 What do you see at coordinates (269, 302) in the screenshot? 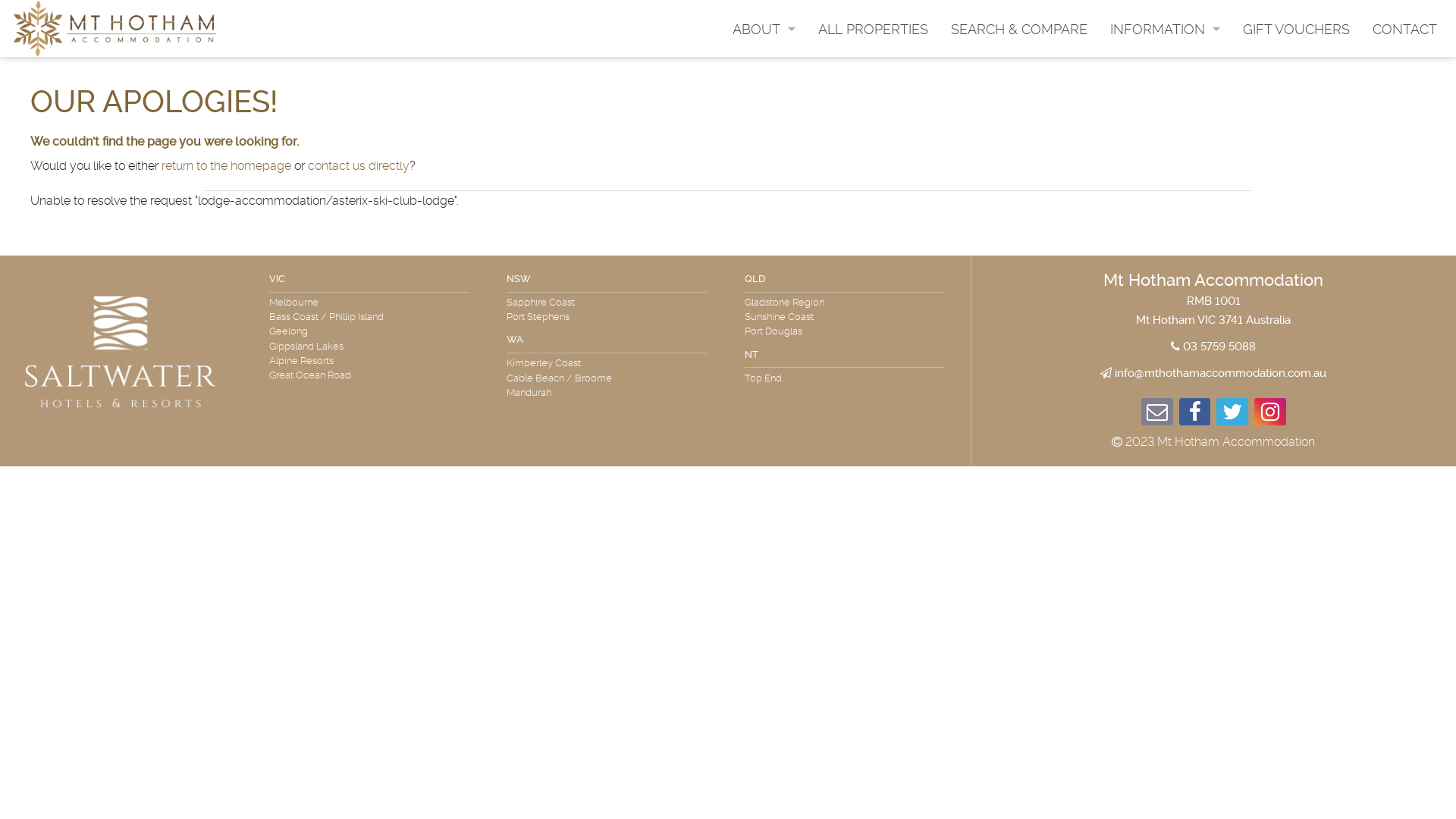
I see `'Melbourne'` at bounding box center [269, 302].